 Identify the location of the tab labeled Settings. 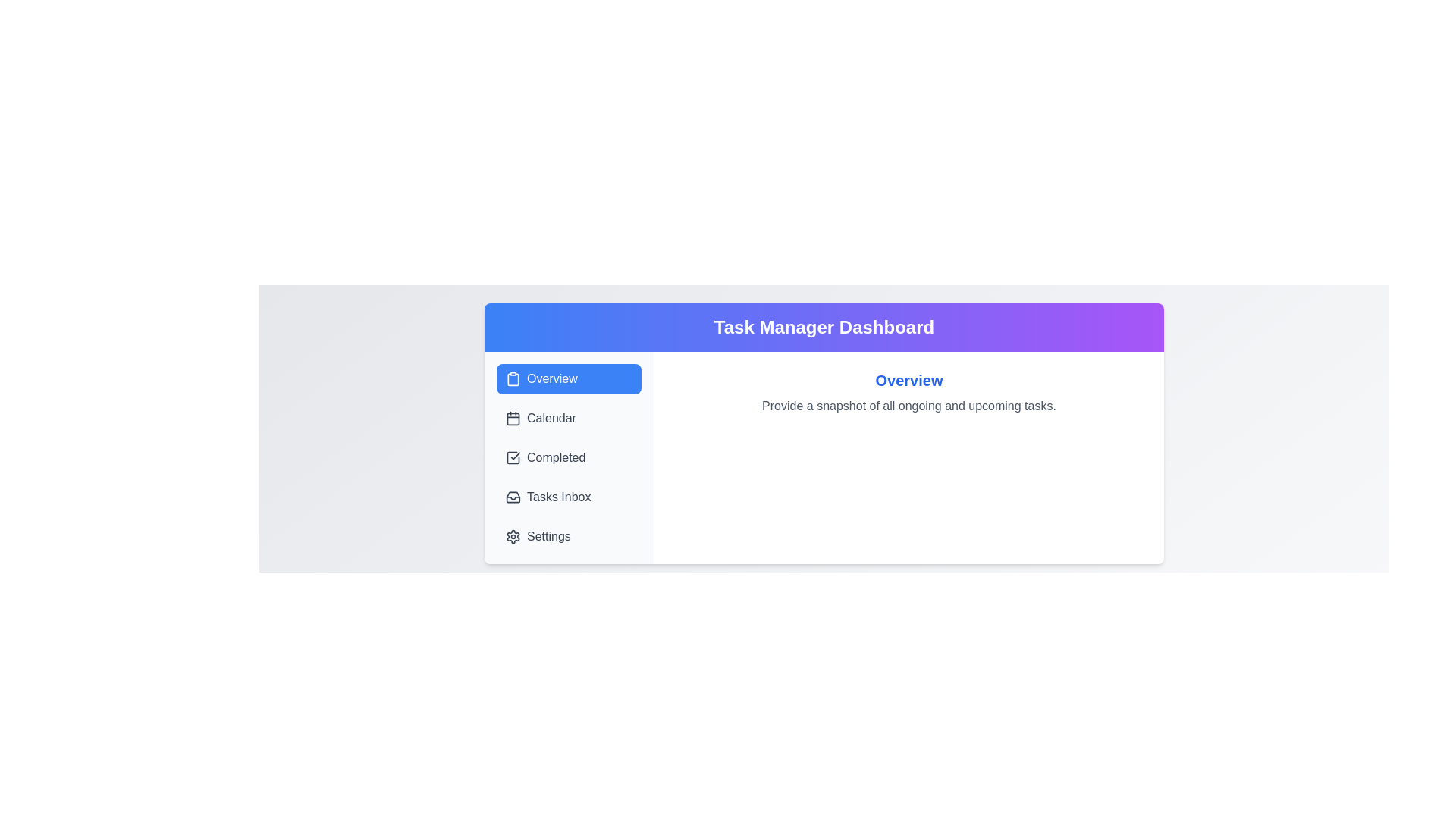
(568, 536).